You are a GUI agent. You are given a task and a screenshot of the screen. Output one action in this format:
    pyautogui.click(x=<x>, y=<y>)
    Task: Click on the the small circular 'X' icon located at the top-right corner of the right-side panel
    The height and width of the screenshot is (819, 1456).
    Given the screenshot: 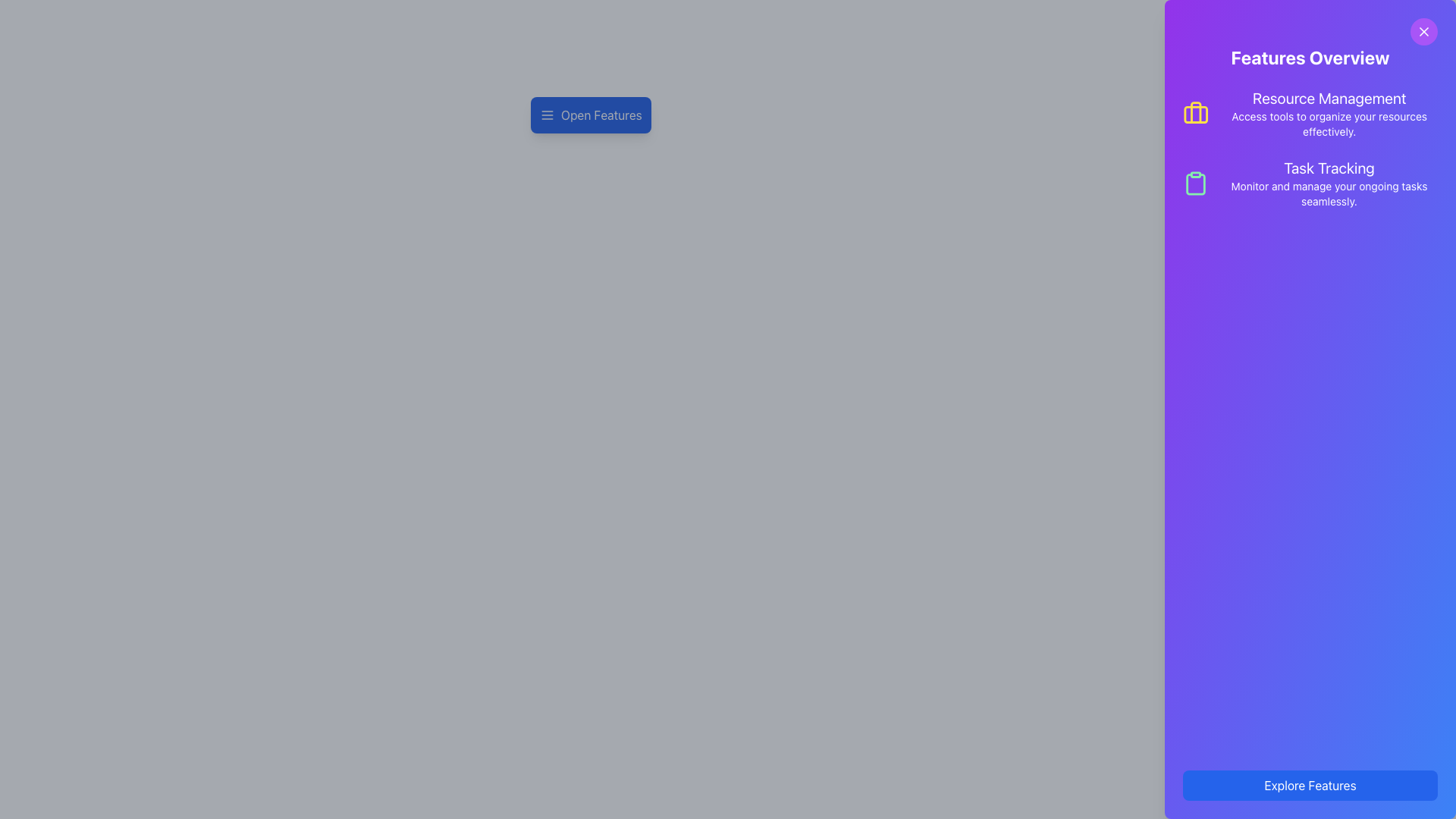 What is the action you would take?
    pyautogui.click(x=1423, y=32)
    